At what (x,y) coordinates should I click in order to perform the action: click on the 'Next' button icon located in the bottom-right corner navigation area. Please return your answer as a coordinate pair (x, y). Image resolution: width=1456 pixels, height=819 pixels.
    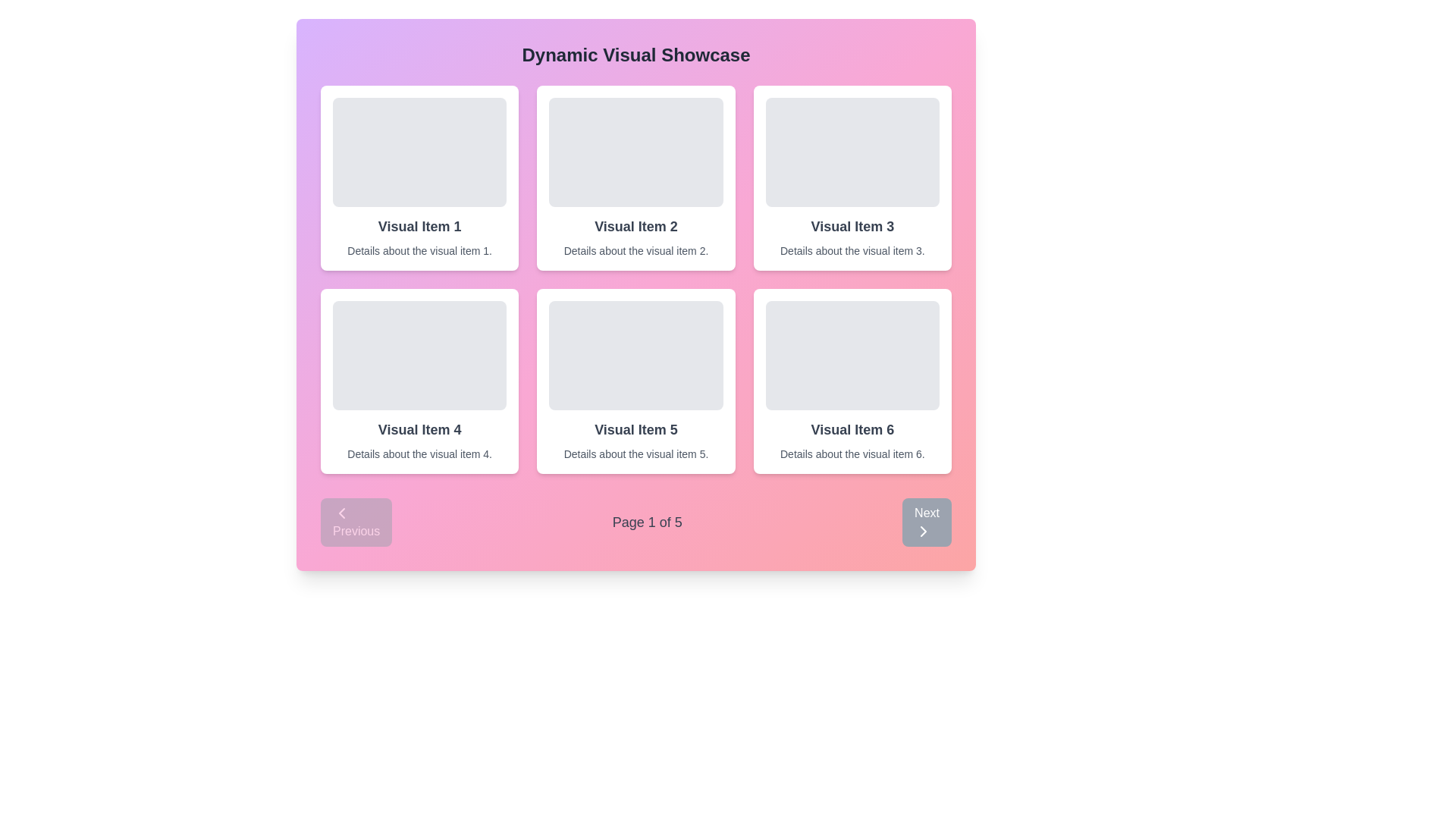
    Looking at the image, I should click on (923, 531).